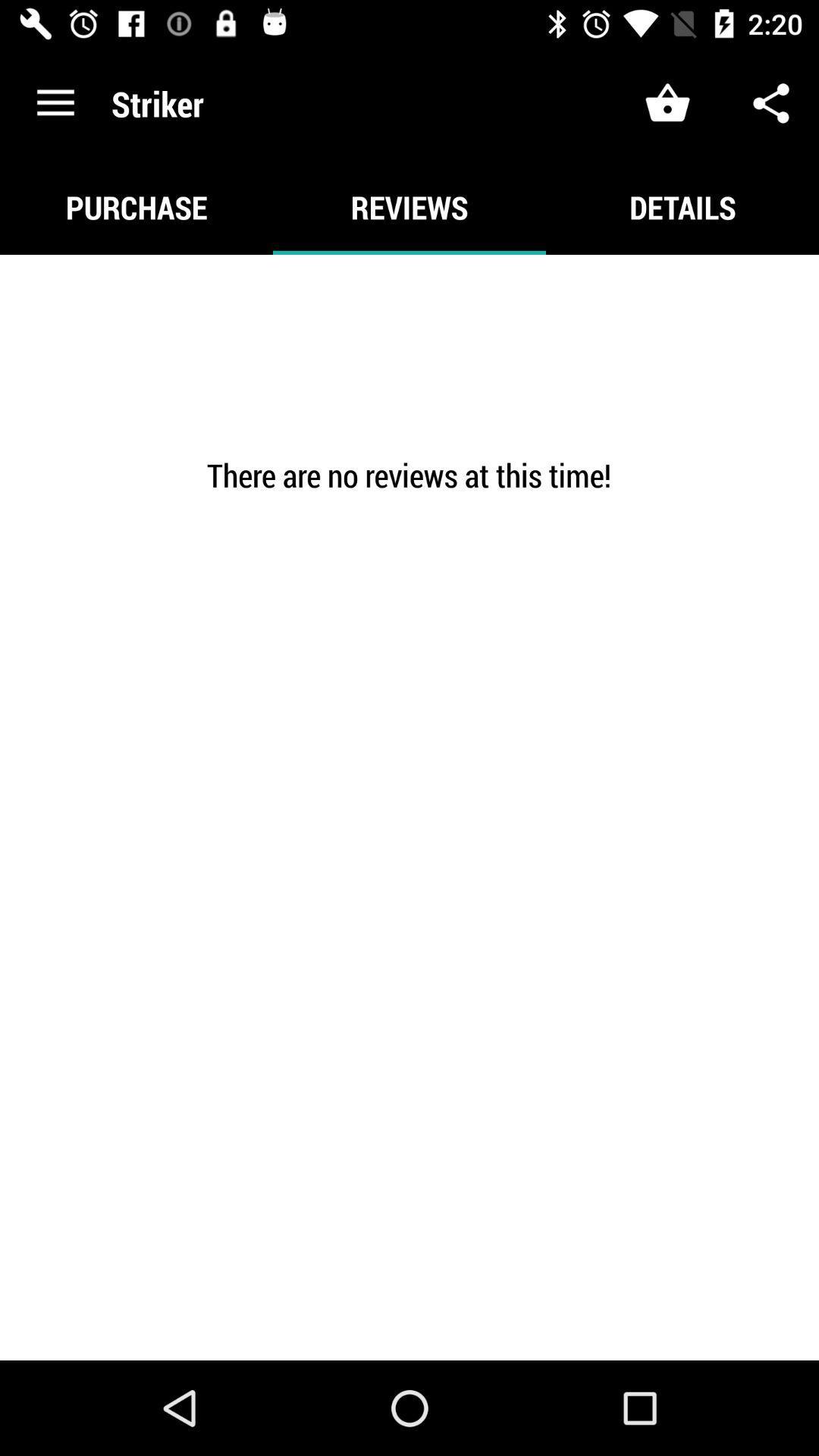 This screenshot has width=819, height=1456. Describe the element at coordinates (55, 102) in the screenshot. I see `the icon above the purchase` at that location.